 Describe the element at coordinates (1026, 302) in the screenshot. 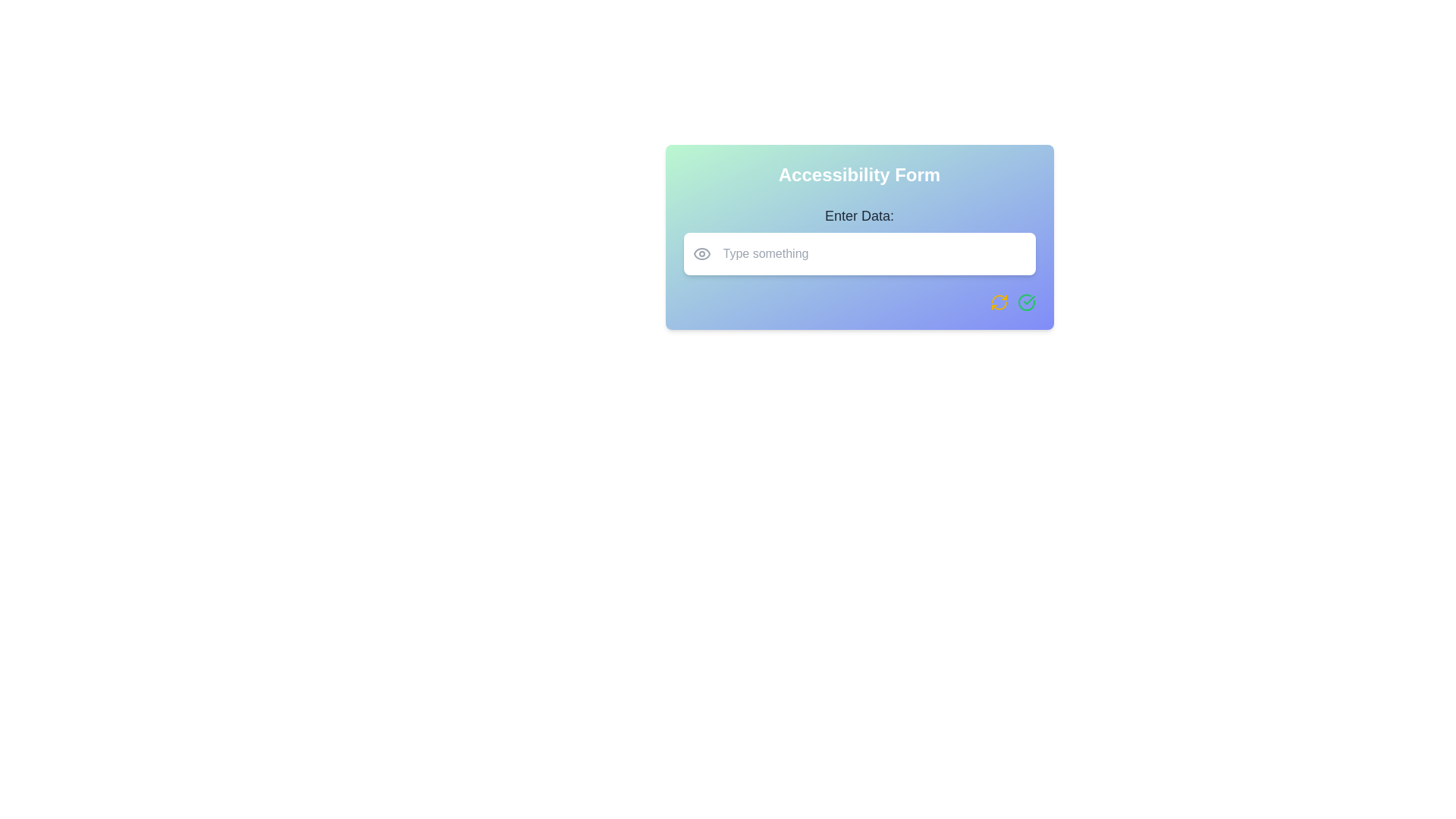

I see `the circular icon with a green border and checkmark, located at the bottom right corner of the gradient card` at that location.